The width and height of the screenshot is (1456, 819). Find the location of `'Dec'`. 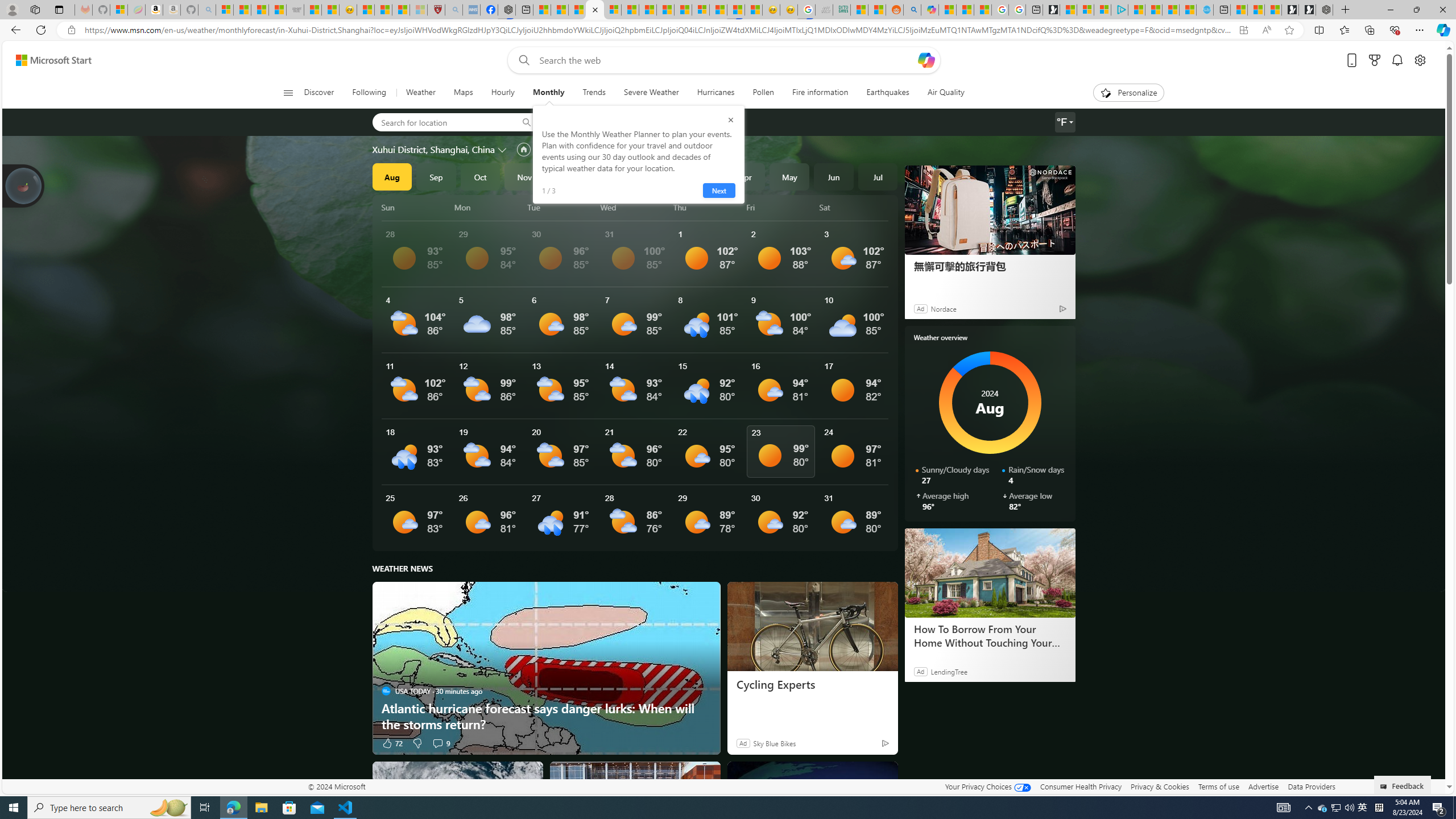

'Dec' is located at coordinates (568, 176).